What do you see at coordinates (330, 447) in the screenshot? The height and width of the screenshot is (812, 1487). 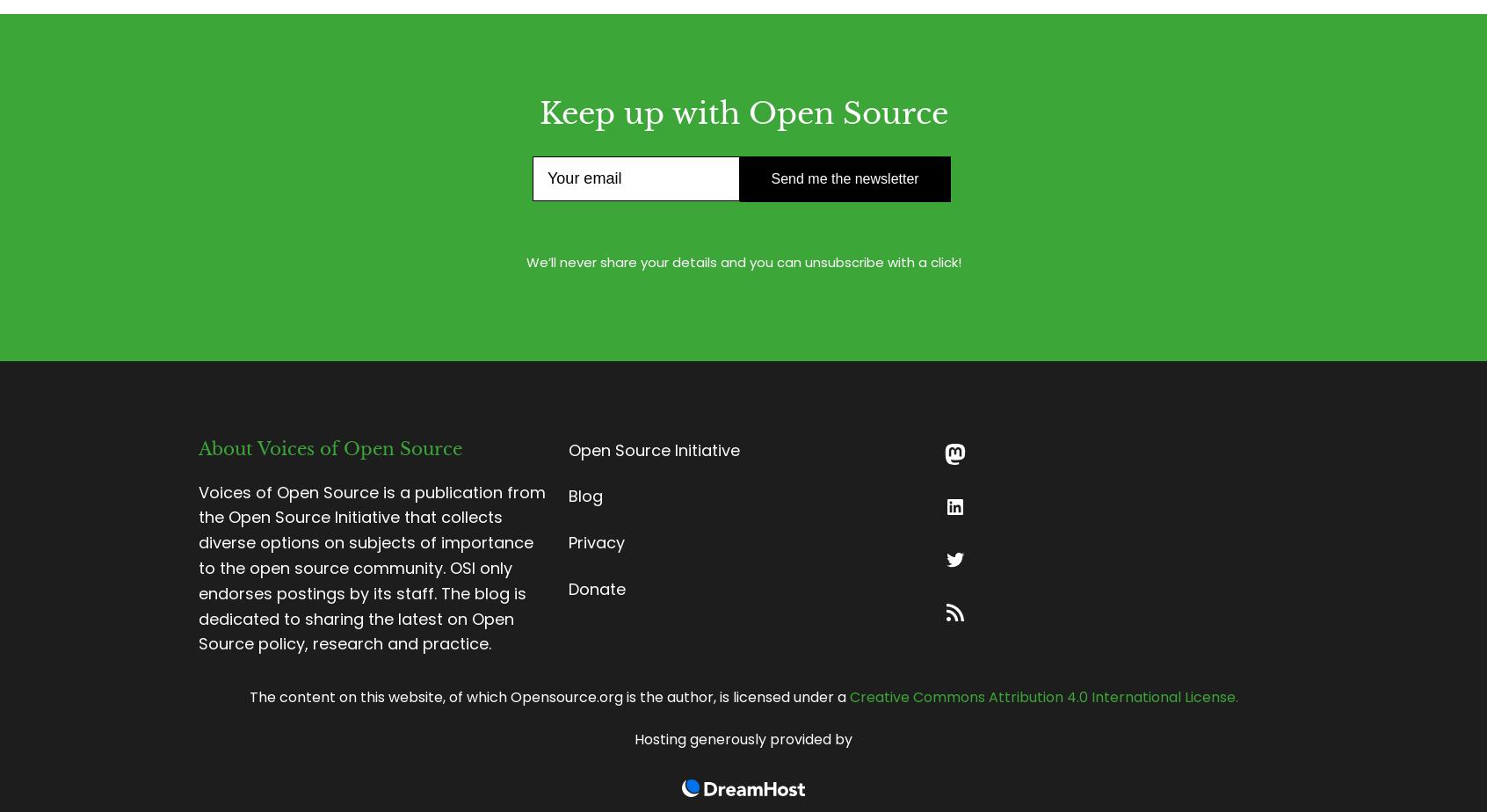 I see `'About Voices of Open Source'` at bounding box center [330, 447].